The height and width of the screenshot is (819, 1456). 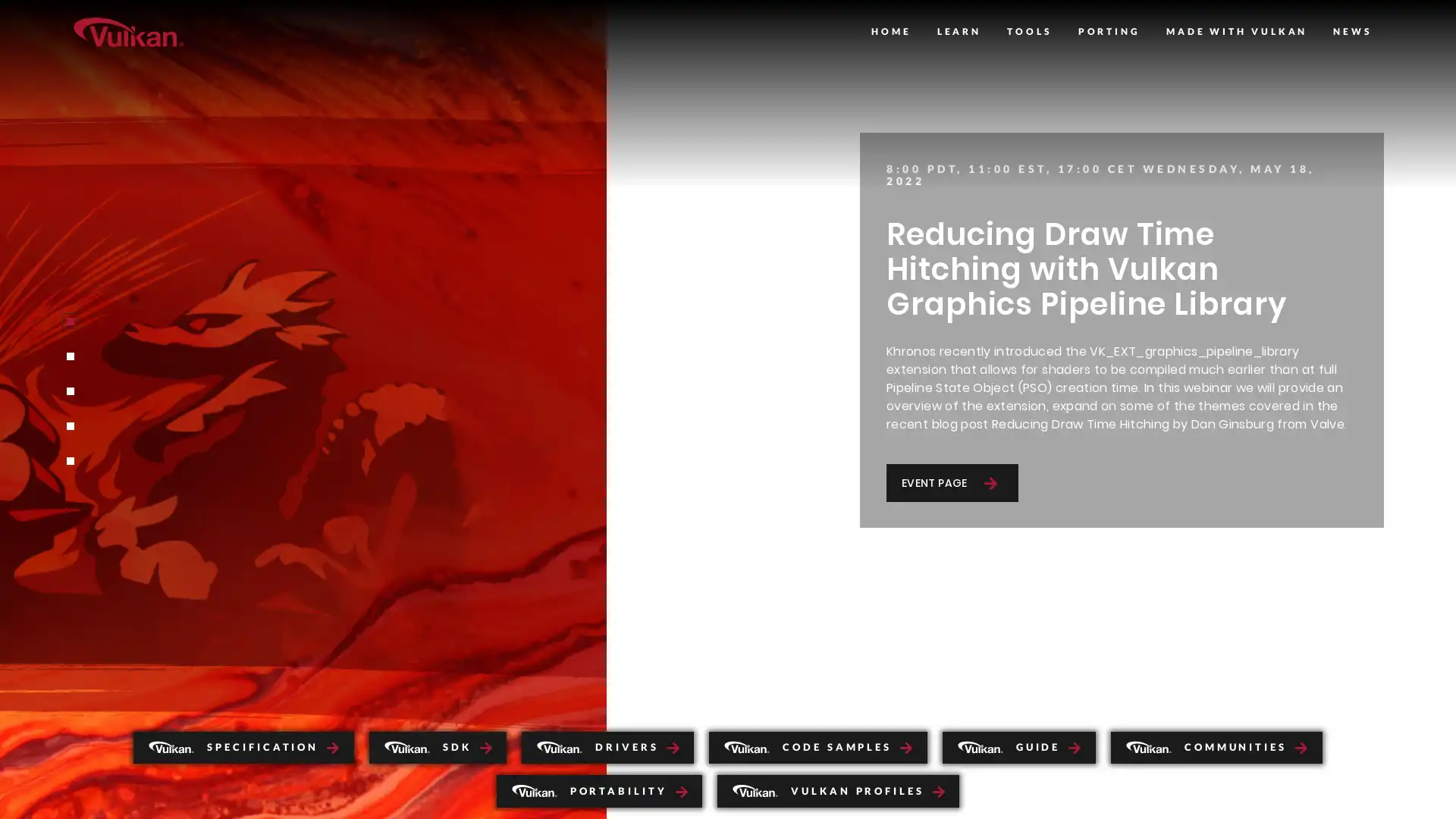 I want to click on 5, so click(x=68, y=460).